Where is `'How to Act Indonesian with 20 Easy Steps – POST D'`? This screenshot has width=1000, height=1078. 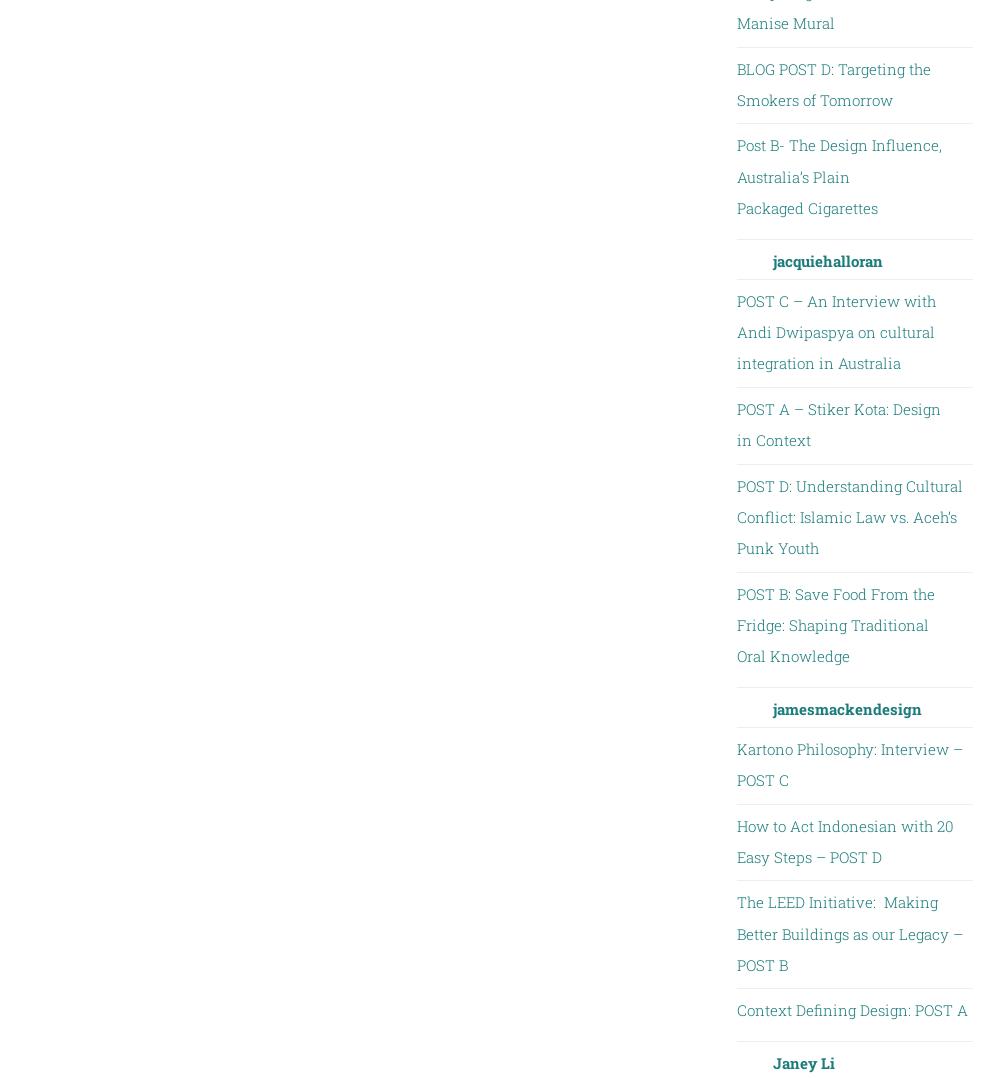
'How to Act Indonesian with 20 Easy Steps – POST D' is located at coordinates (735, 840).